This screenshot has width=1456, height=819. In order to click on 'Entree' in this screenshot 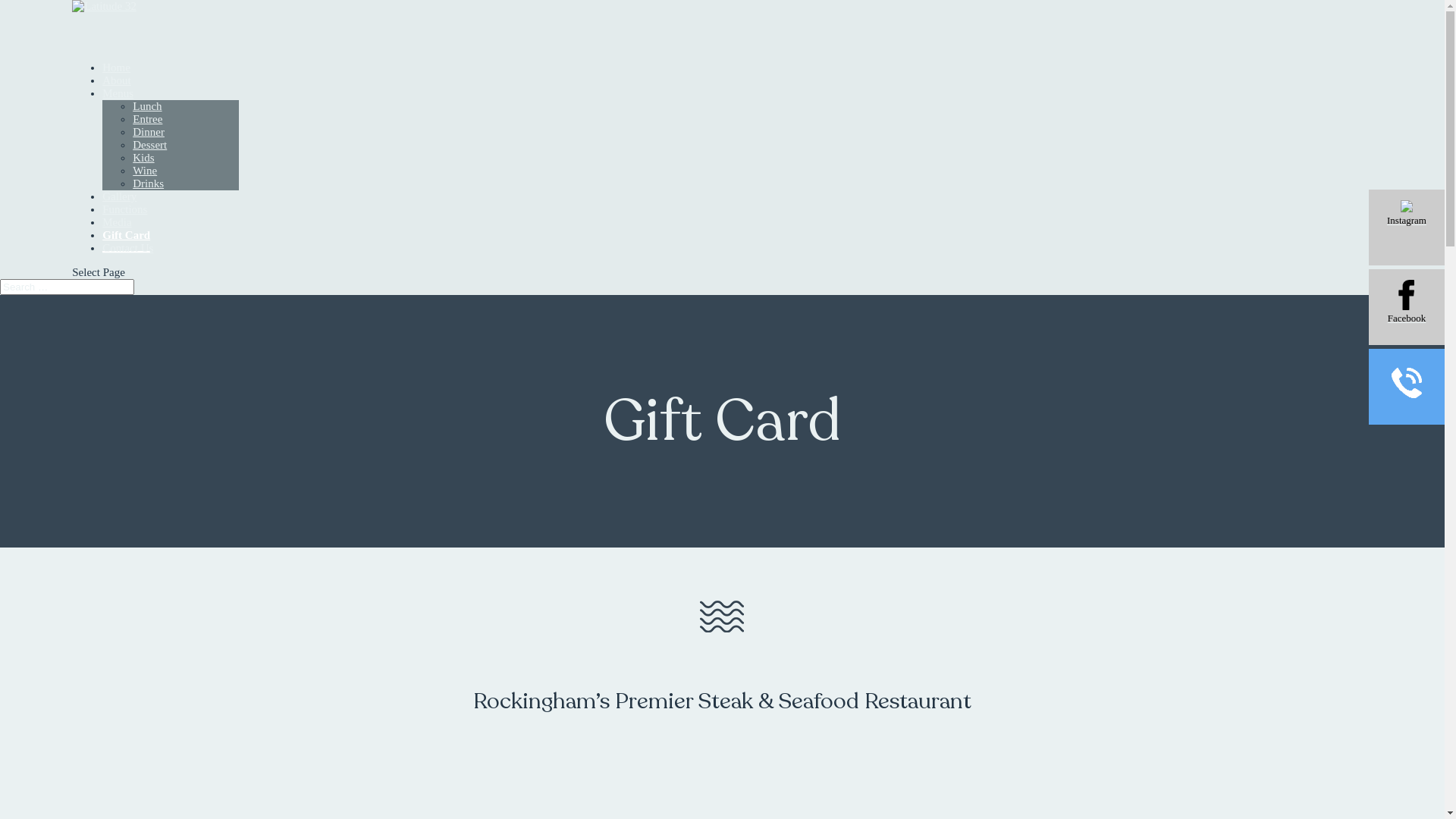, I will do `click(147, 118)`.